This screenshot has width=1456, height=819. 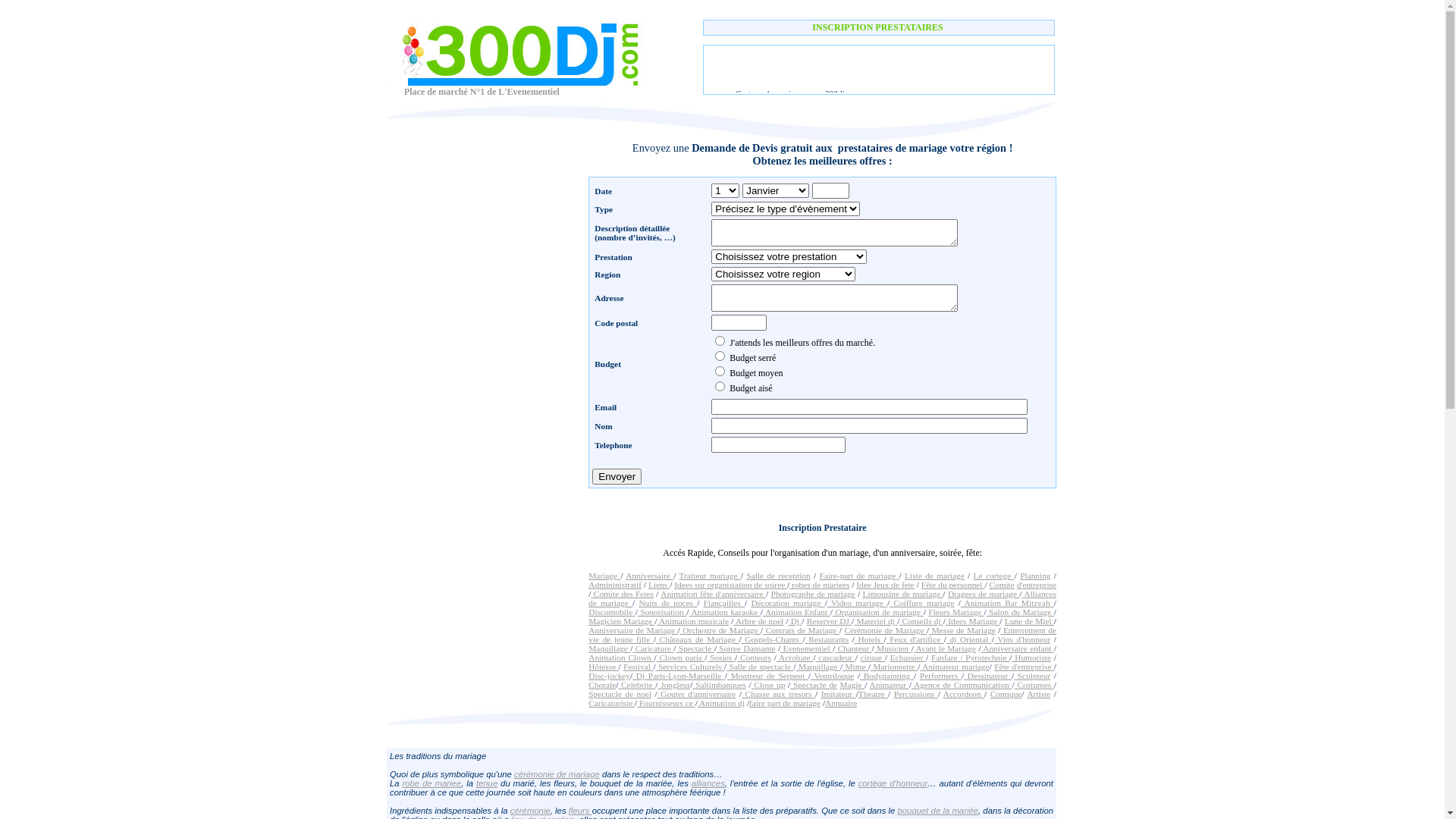 What do you see at coordinates (720, 657) in the screenshot?
I see `'Sosies'` at bounding box center [720, 657].